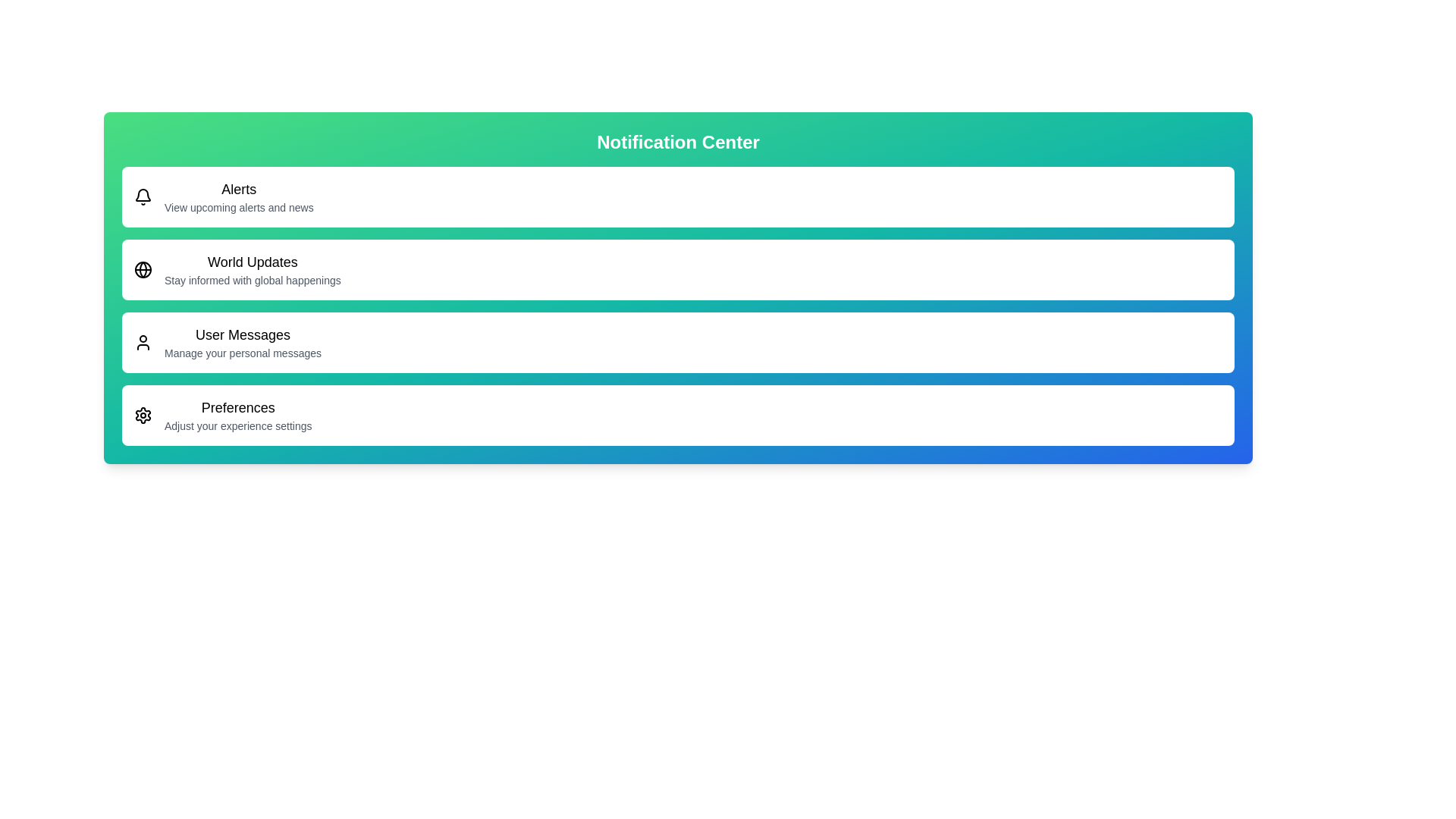 The image size is (1456, 819). What do you see at coordinates (677, 415) in the screenshot?
I see `the menu item corresponding to Preferences` at bounding box center [677, 415].